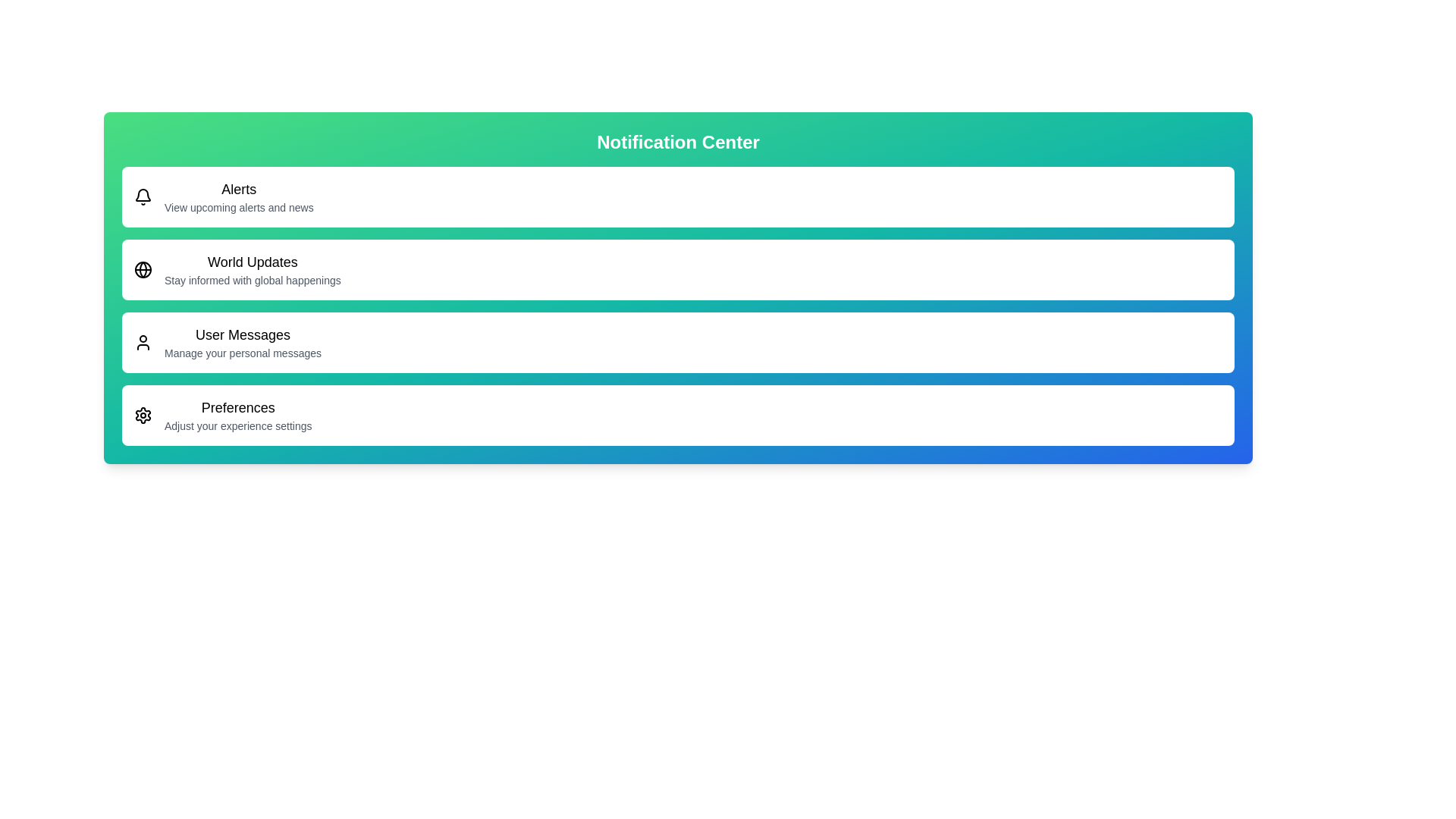 The image size is (1456, 819). What do you see at coordinates (677, 415) in the screenshot?
I see `the menu item corresponding to Preferences` at bounding box center [677, 415].